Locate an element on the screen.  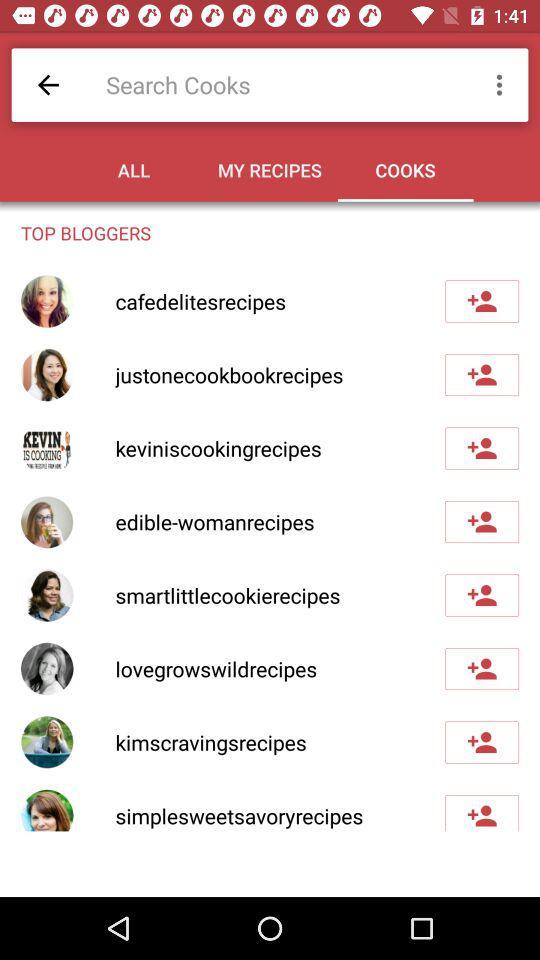
cafedelitesrecipes is located at coordinates (481, 301).